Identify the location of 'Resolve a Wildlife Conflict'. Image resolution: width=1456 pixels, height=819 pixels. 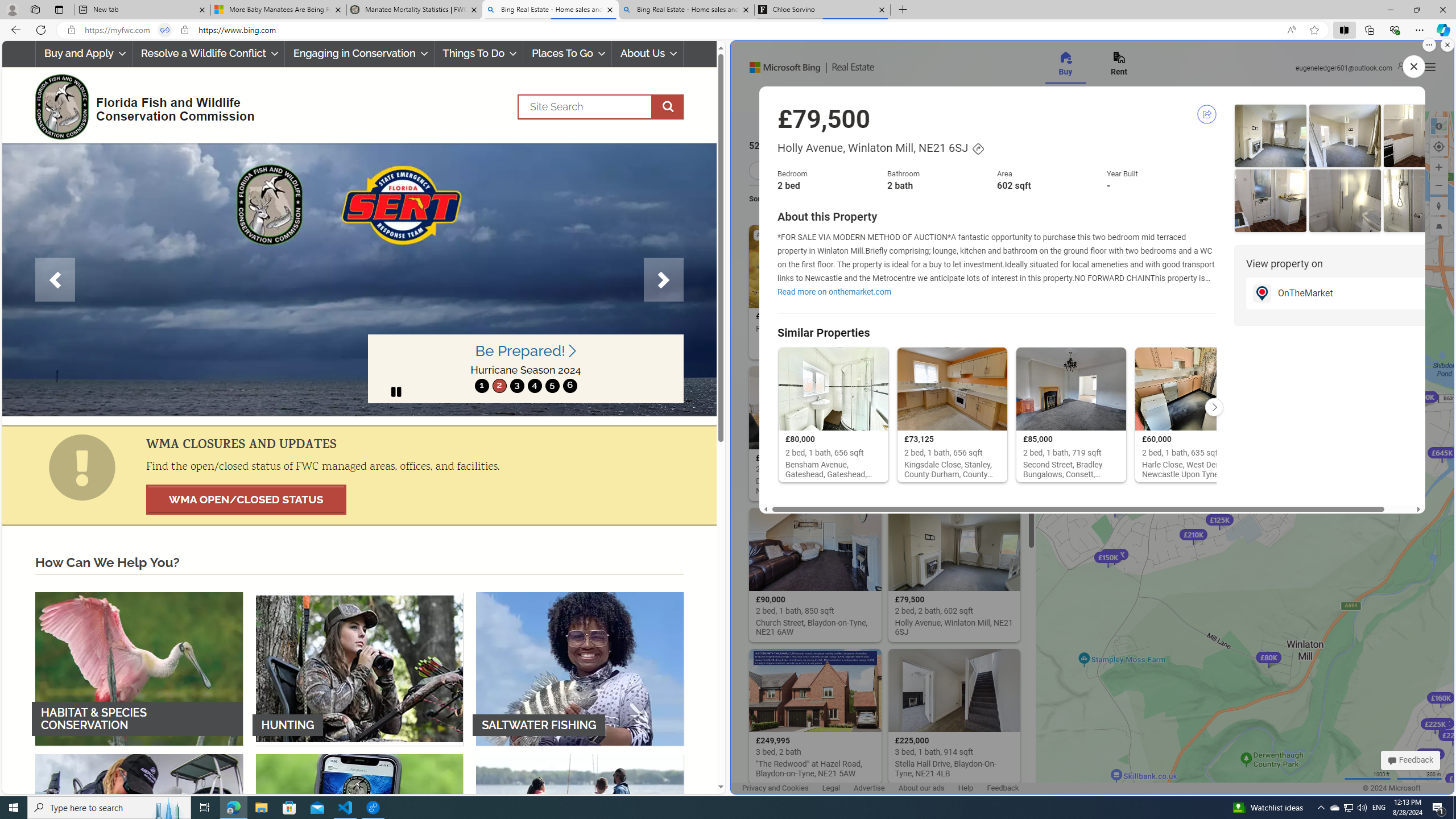
(208, 53).